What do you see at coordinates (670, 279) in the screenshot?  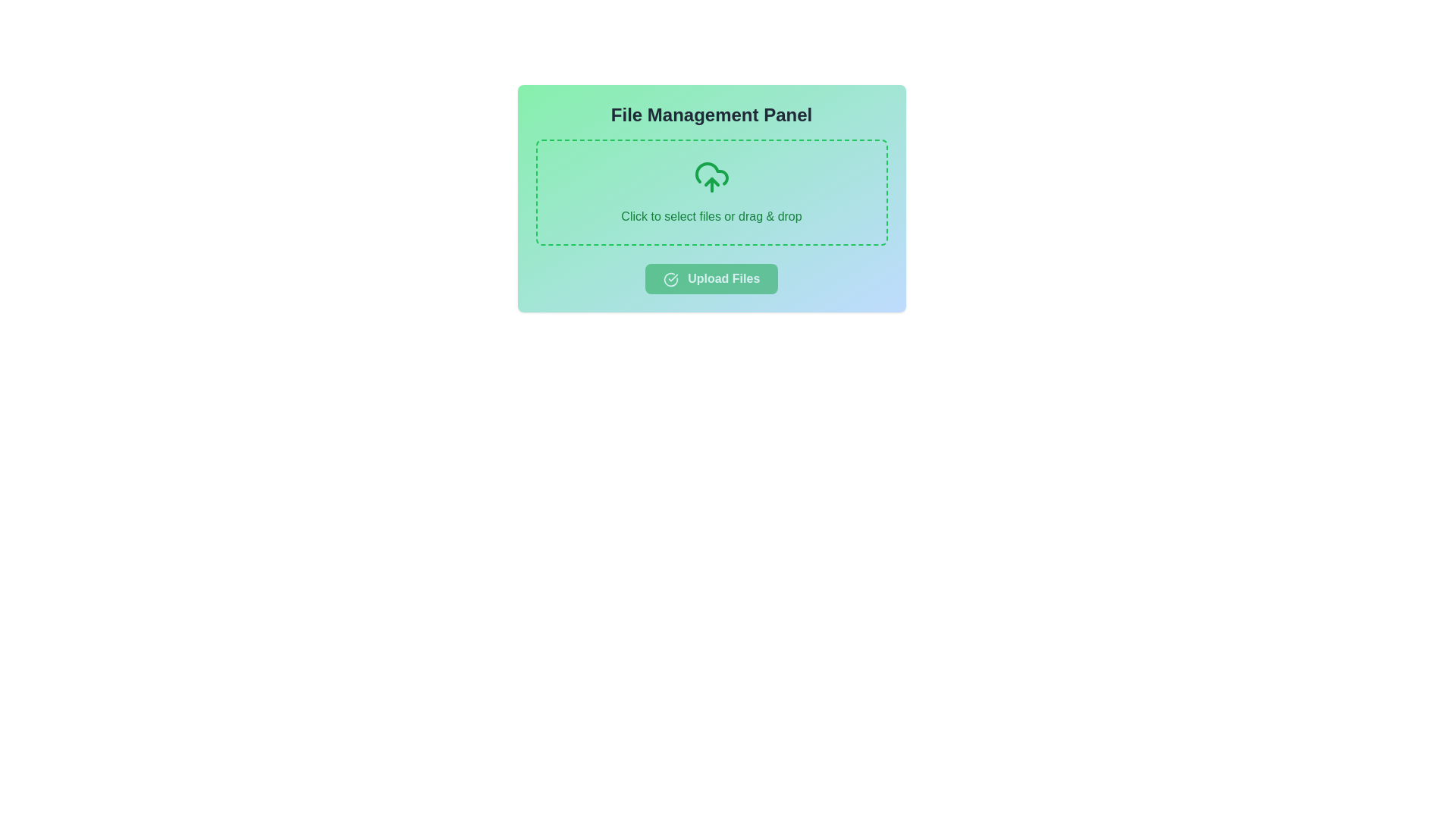 I see `the visual style of the circular green icon featuring a check mark, which is located to the left of the 'Upload Files' button text` at bounding box center [670, 279].